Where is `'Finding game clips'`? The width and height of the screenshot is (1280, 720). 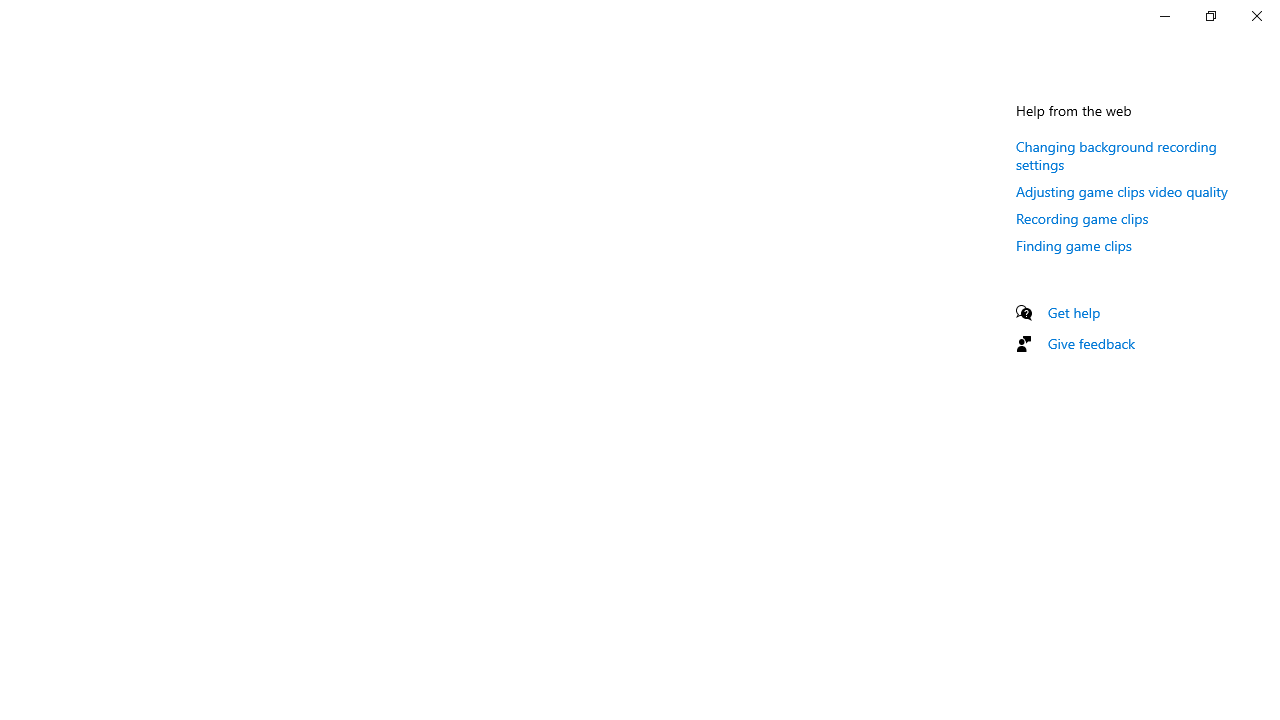
'Finding game clips' is located at coordinates (1072, 244).